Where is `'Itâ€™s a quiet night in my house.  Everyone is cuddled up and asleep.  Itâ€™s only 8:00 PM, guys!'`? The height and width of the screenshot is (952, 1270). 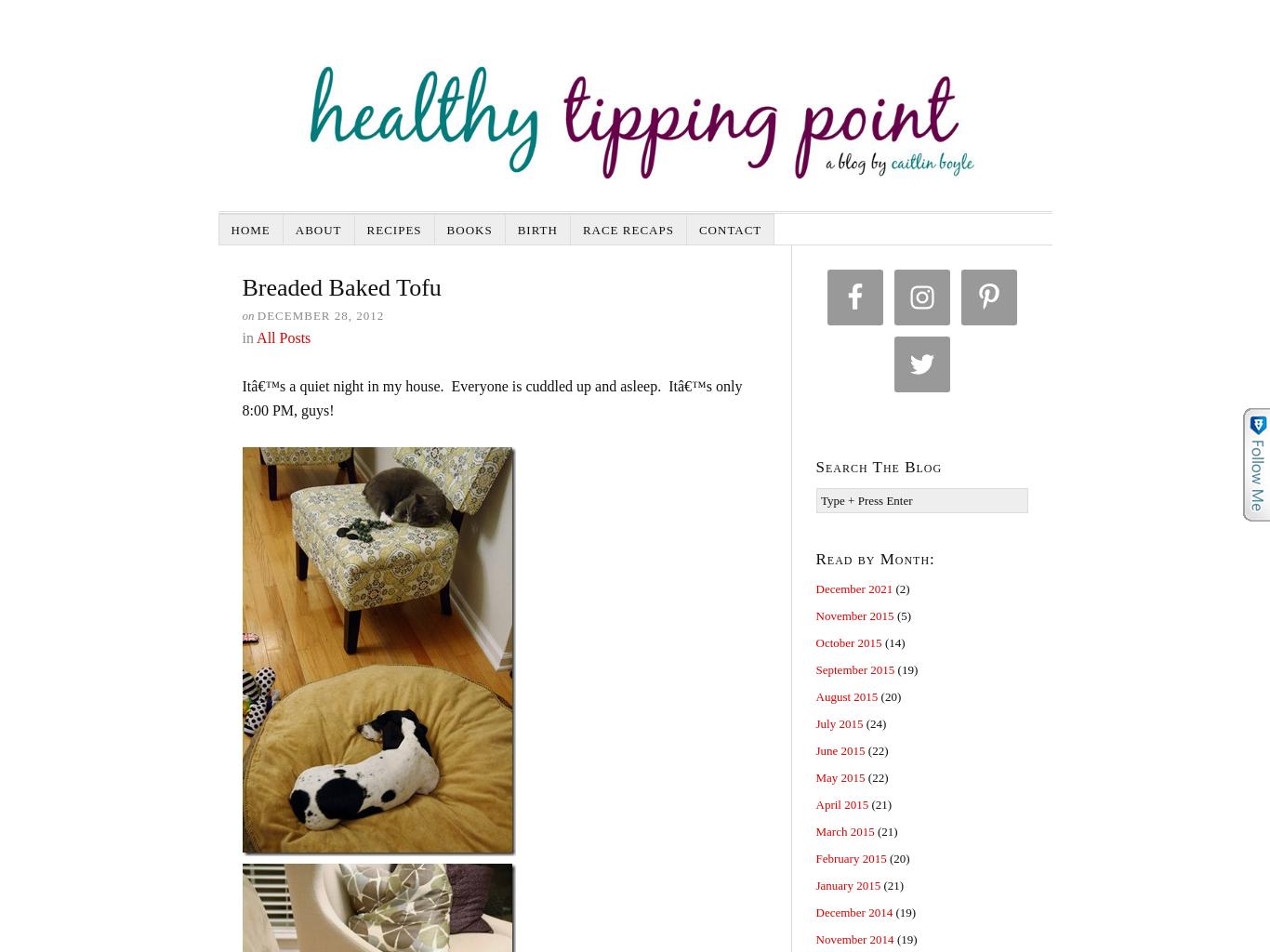
'Itâ€™s a quiet night in my house.  Everyone is cuddled up and asleep.  Itâ€™s only 8:00 PM, guys!' is located at coordinates (492, 398).